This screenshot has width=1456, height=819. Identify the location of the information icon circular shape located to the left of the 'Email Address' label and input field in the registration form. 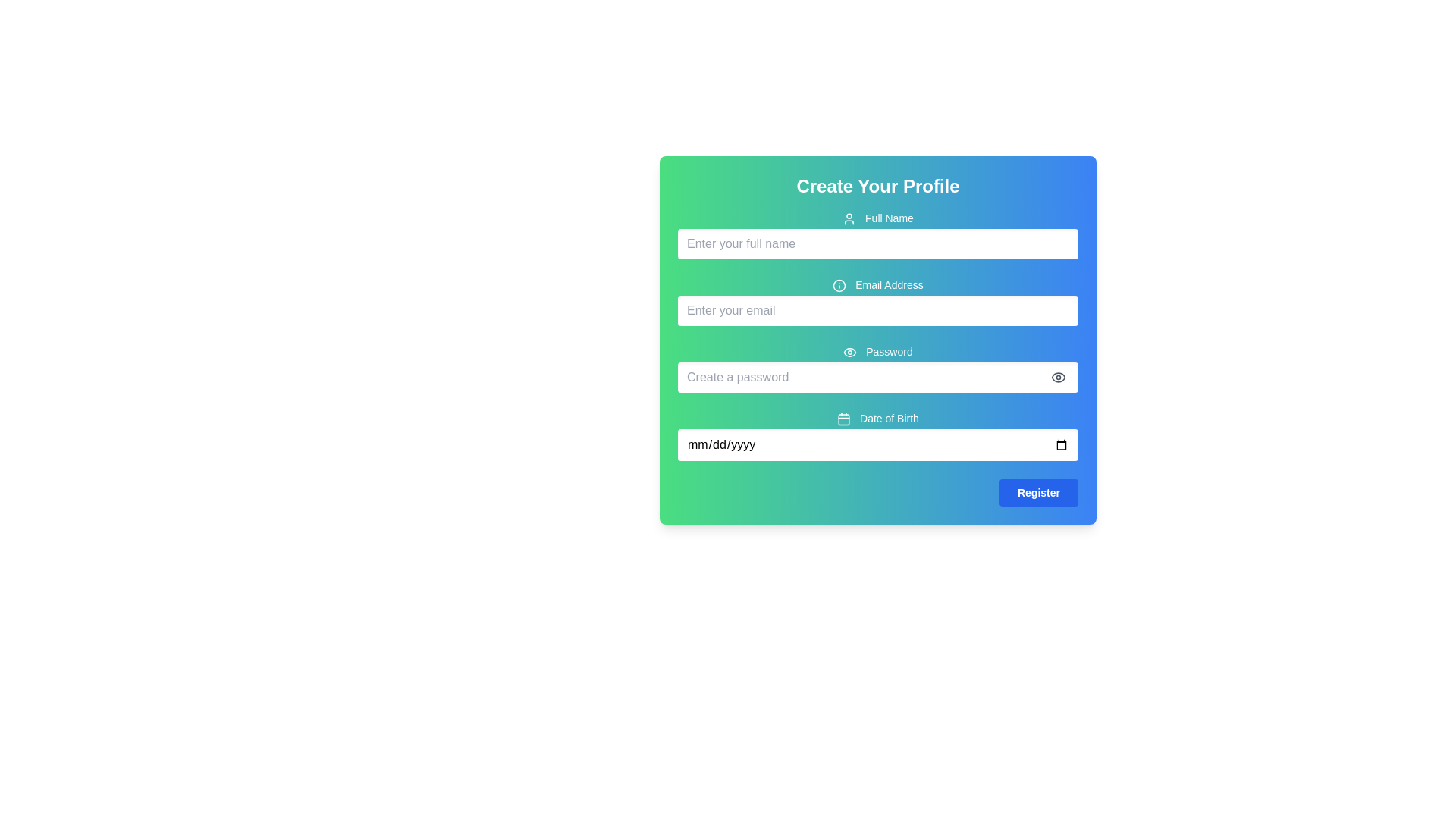
(839, 286).